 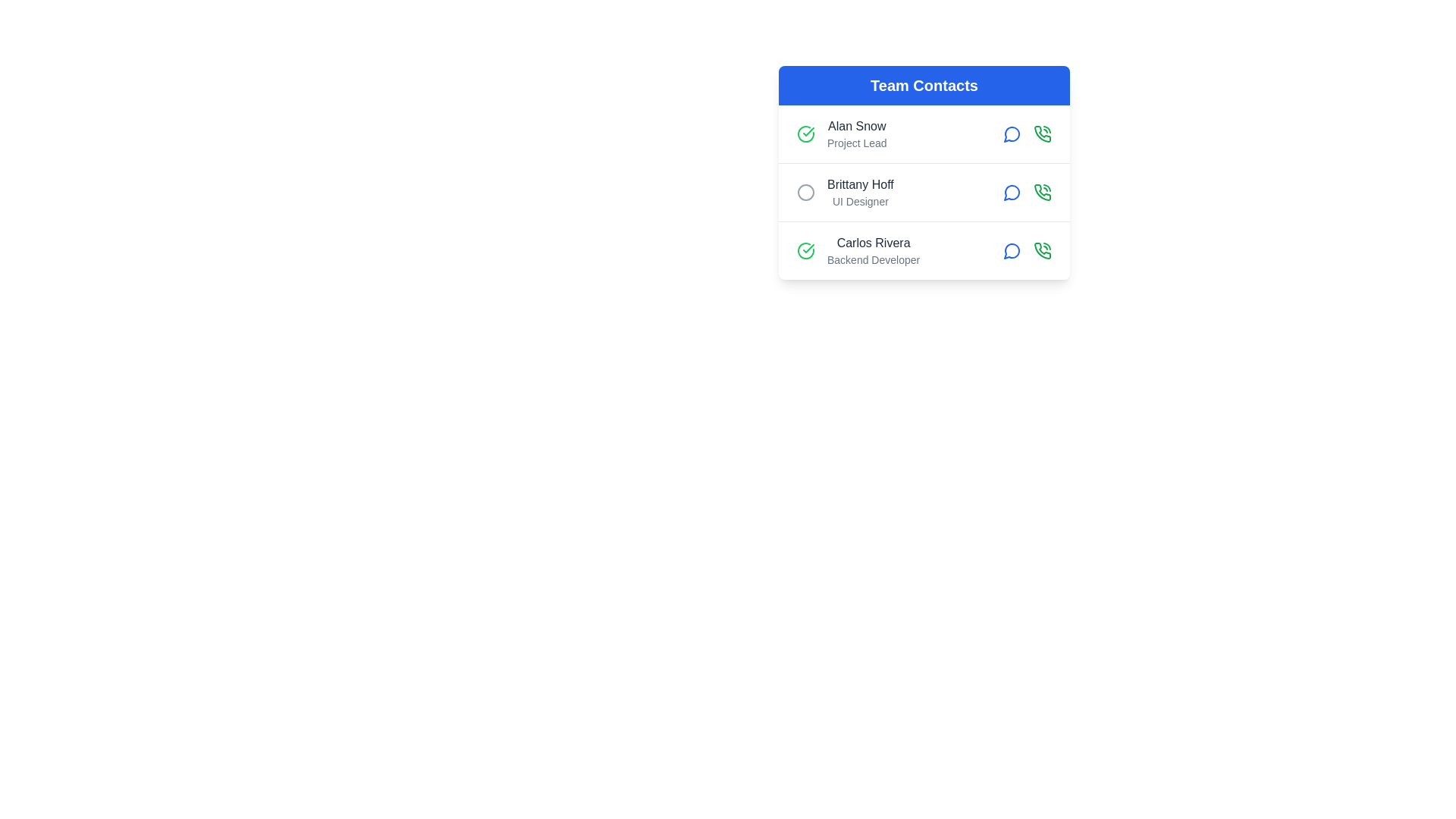 What do you see at coordinates (924, 133) in the screenshot?
I see `the contact row corresponding to Alan Snow` at bounding box center [924, 133].